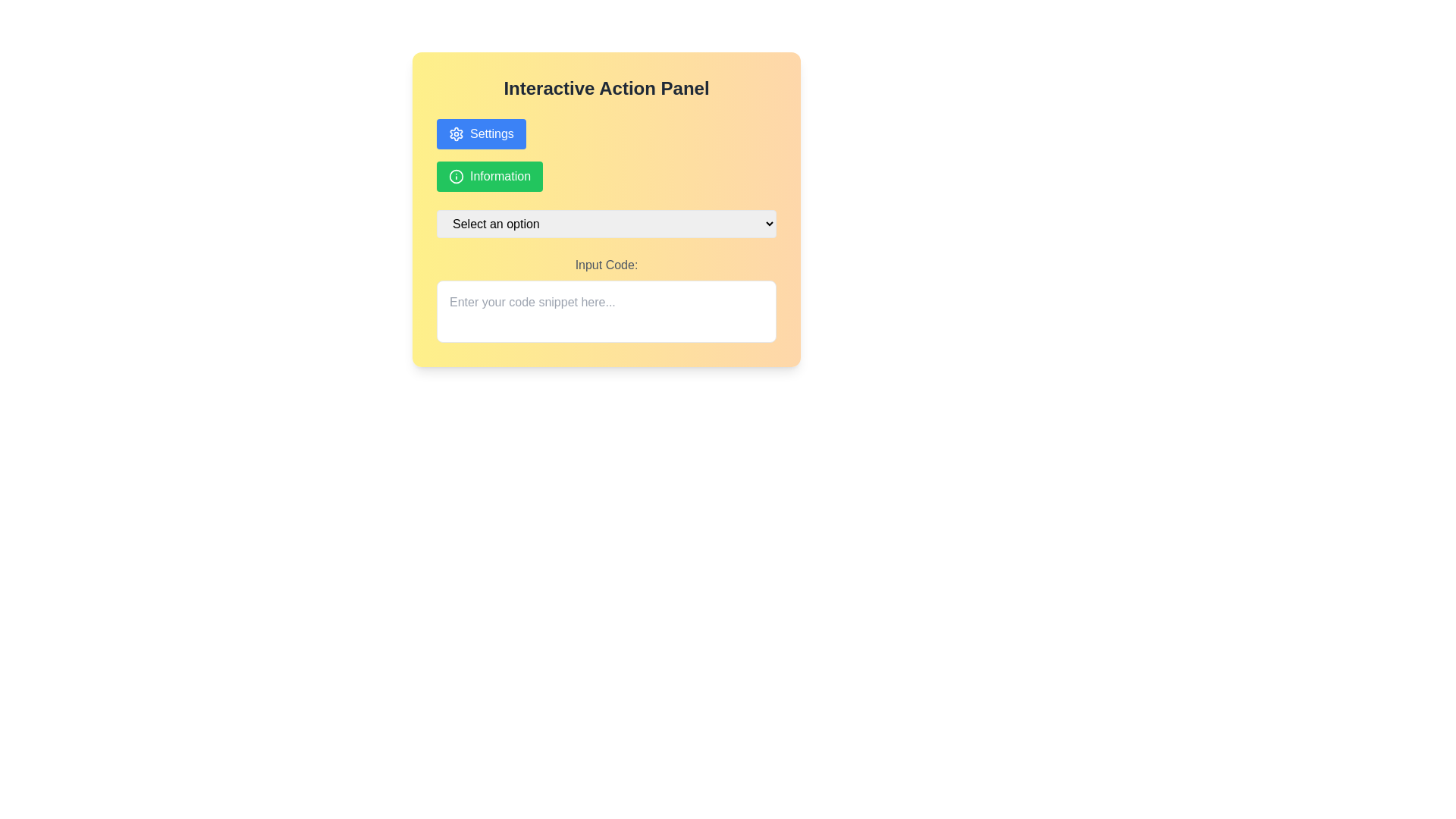 This screenshot has width=1456, height=819. I want to click on text 'Interactive Action Panel' from the text heading styled with large, bold font and dark gray color, located at the top-center of the brightly colored panel, so click(607, 88).